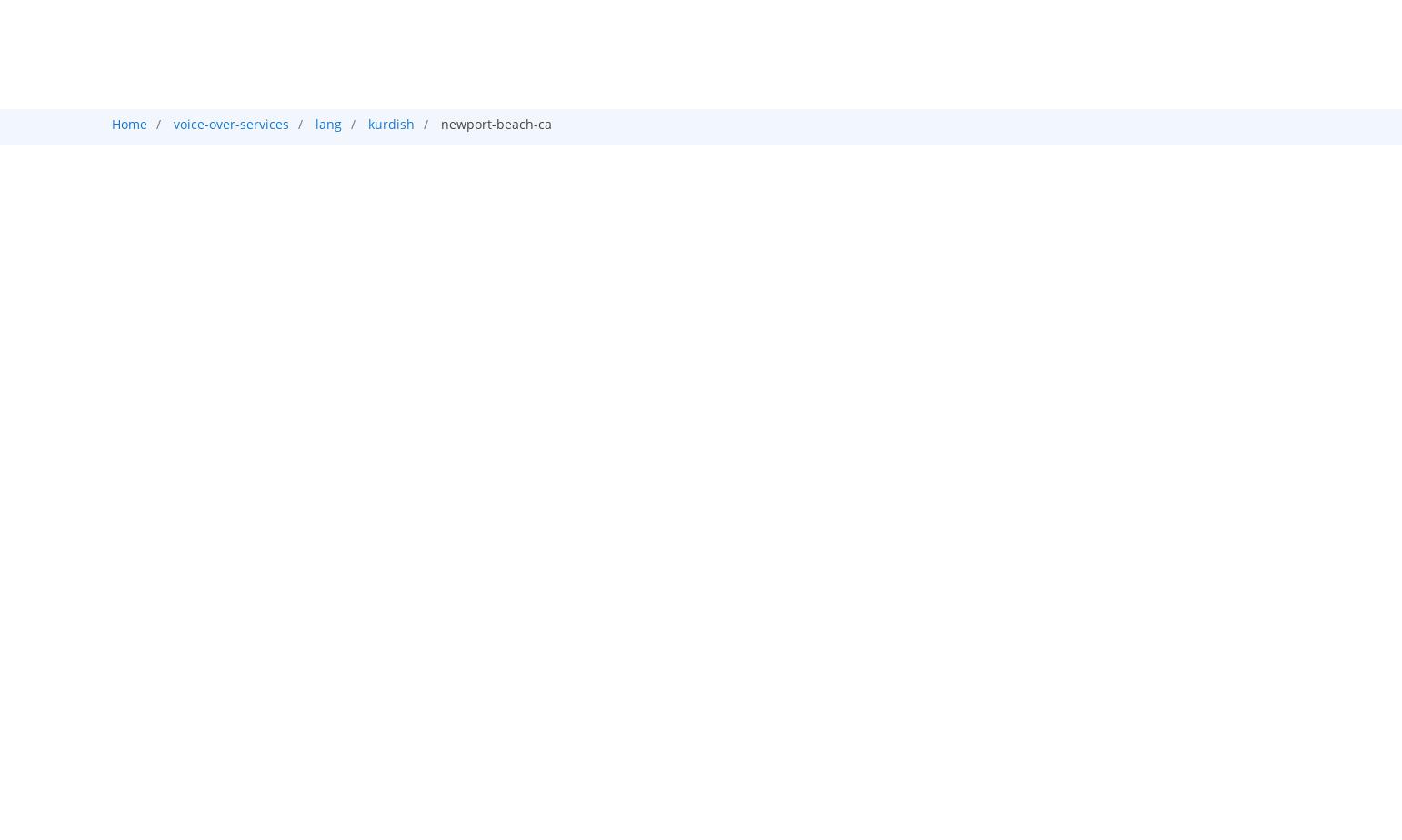  What do you see at coordinates (896, 225) in the screenshot?
I see `'Typing'` at bounding box center [896, 225].